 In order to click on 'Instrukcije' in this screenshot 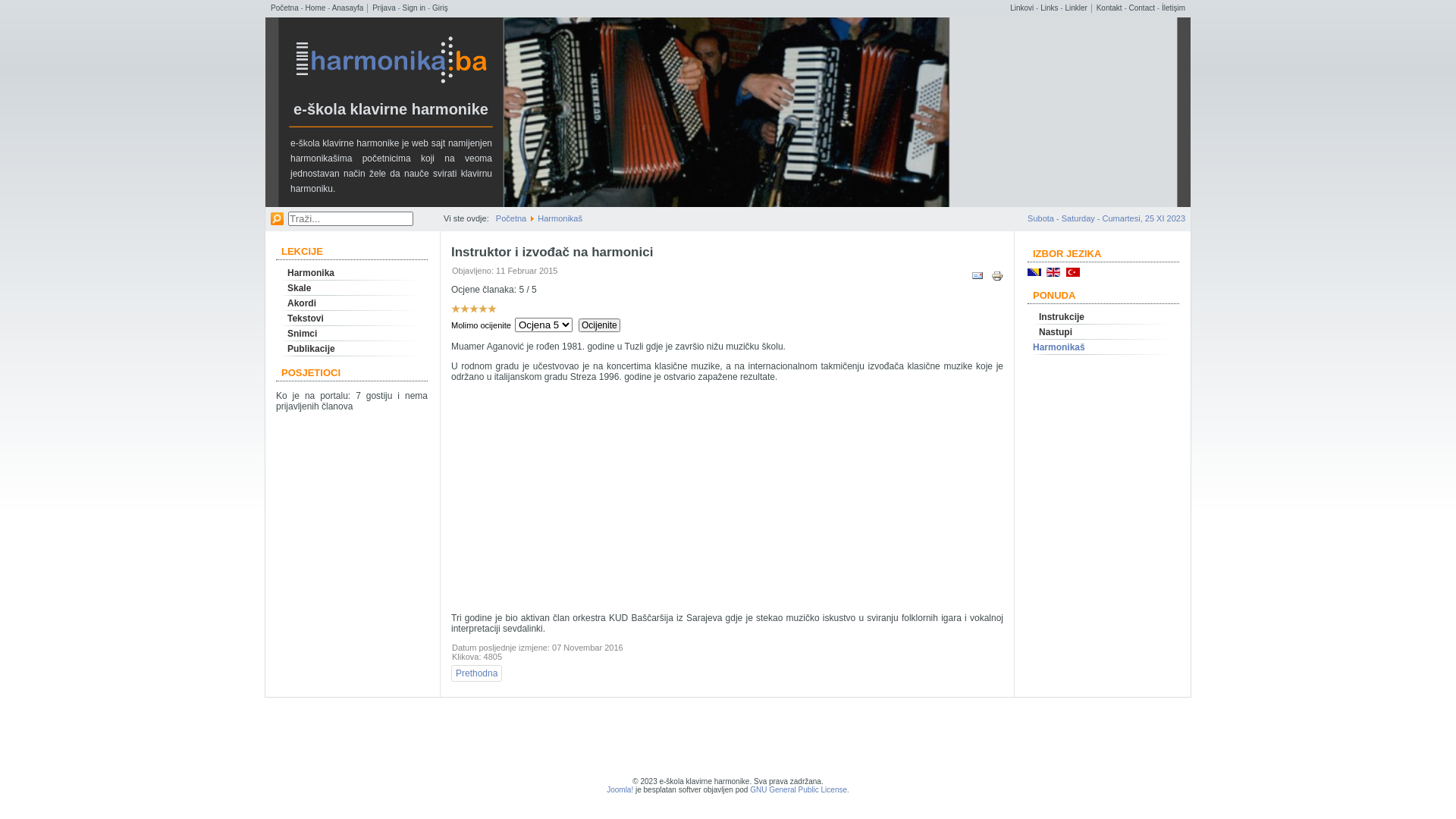, I will do `click(1103, 315)`.